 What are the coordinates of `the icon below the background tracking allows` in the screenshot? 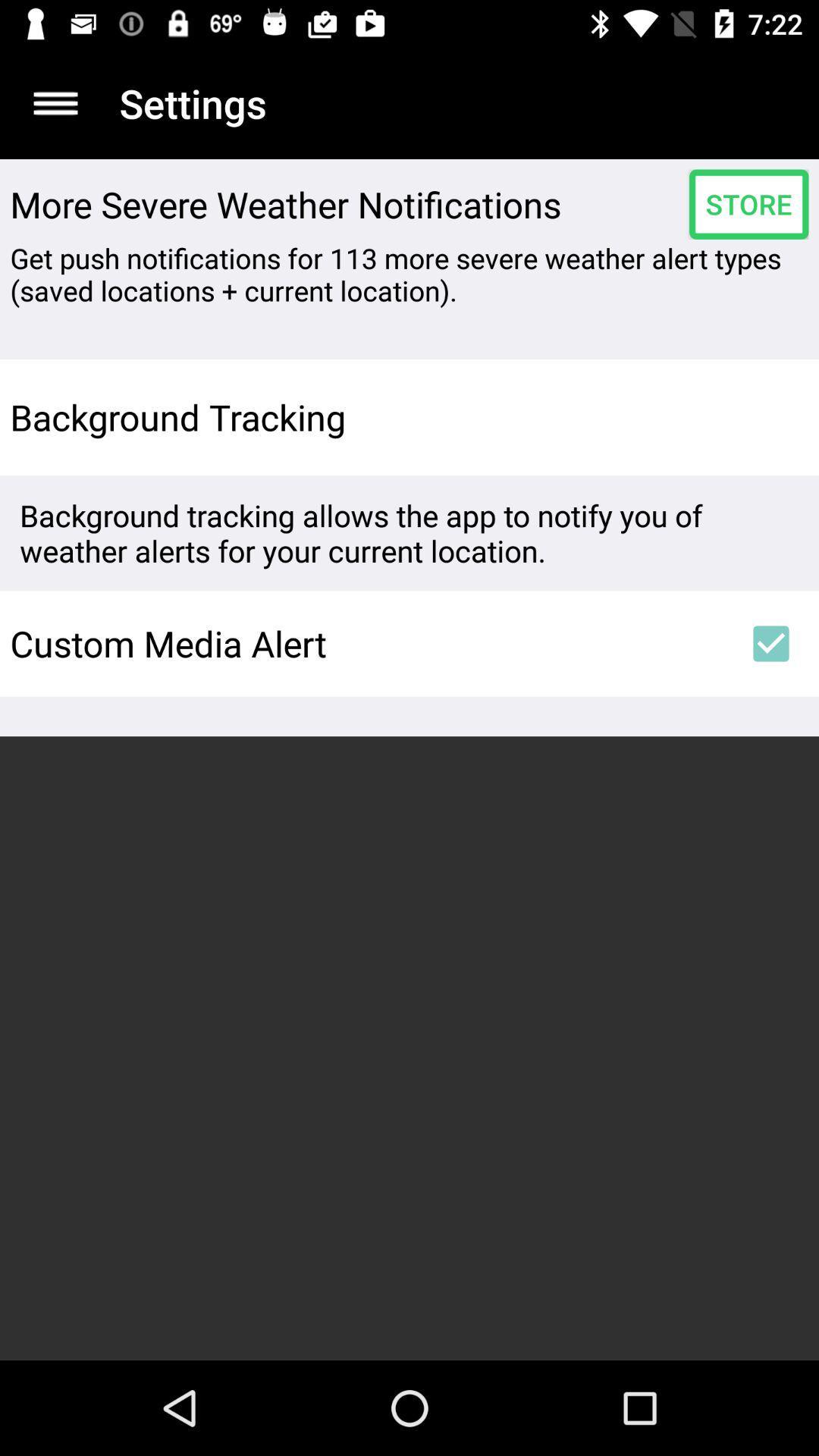 It's located at (366, 643).